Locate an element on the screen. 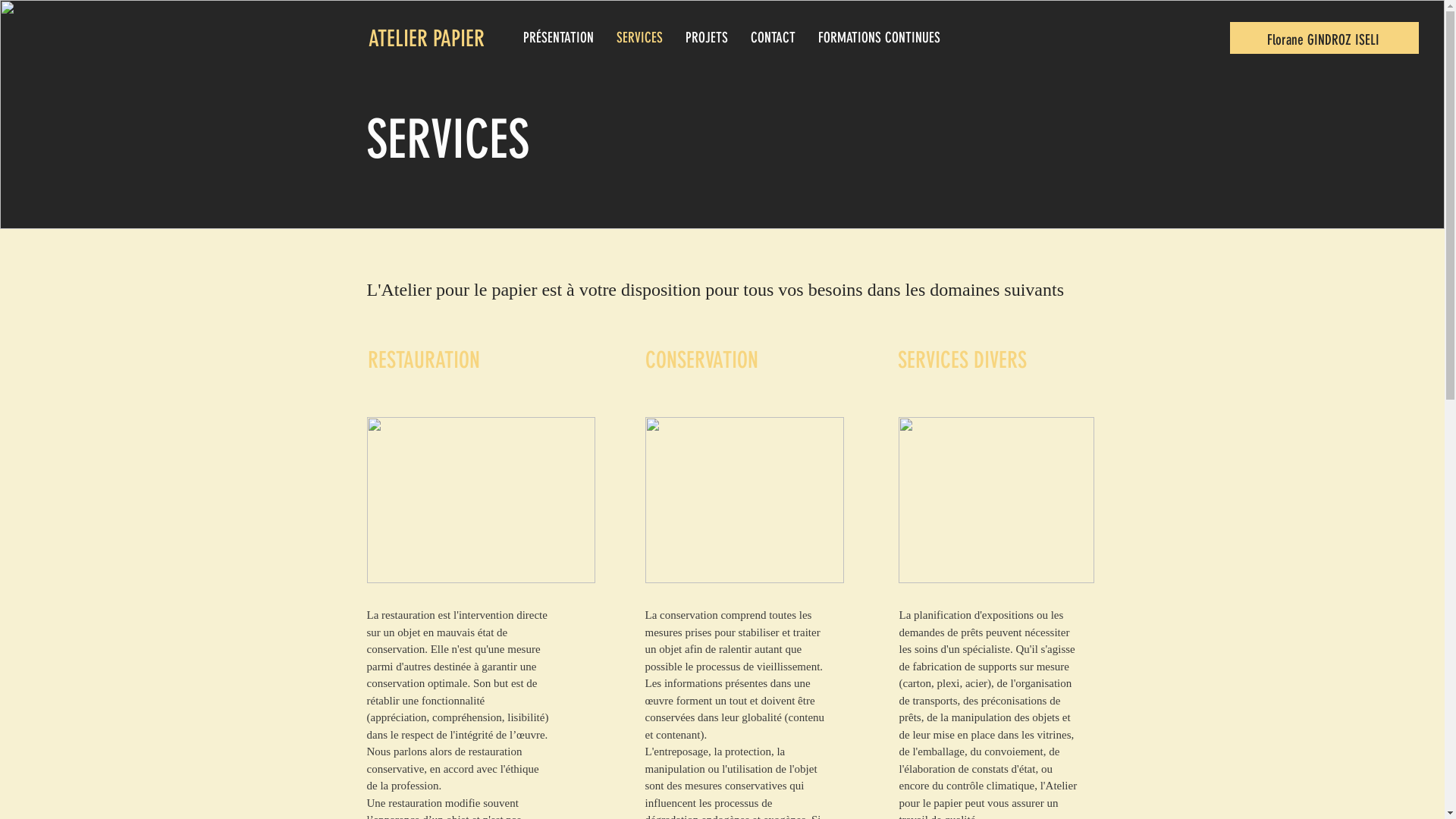 Image resolution: width=1456 pixels, height=819 pixels. 'PROJETS' is located at coordinates (705, 38).